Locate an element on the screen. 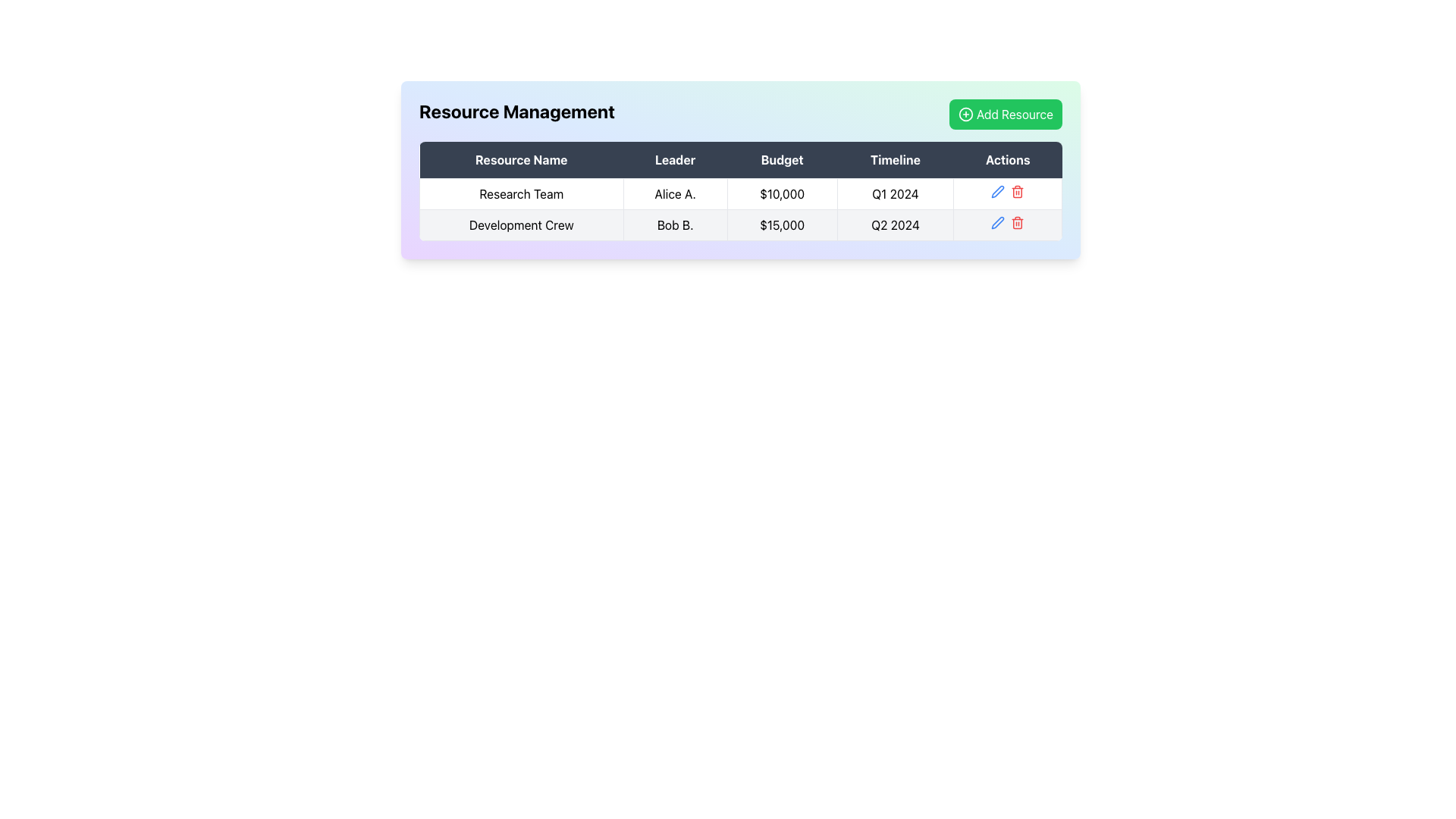  the text display element that shows 'Q2 2024' in the fourth column of the second row, labeled under 'Development Crew' in the resource management data table is located at coordinates (895, 225).